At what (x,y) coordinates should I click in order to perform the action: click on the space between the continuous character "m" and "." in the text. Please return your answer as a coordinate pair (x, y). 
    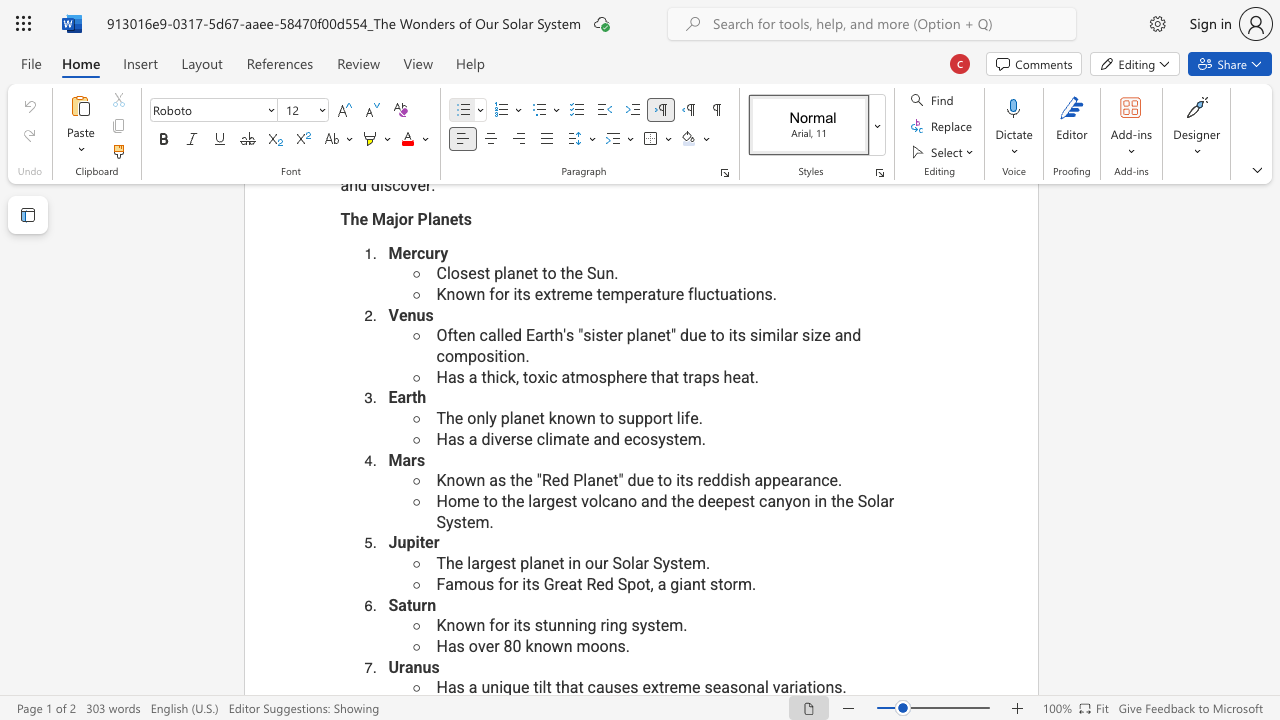
    Looking at the image, I should click on (703, 563).